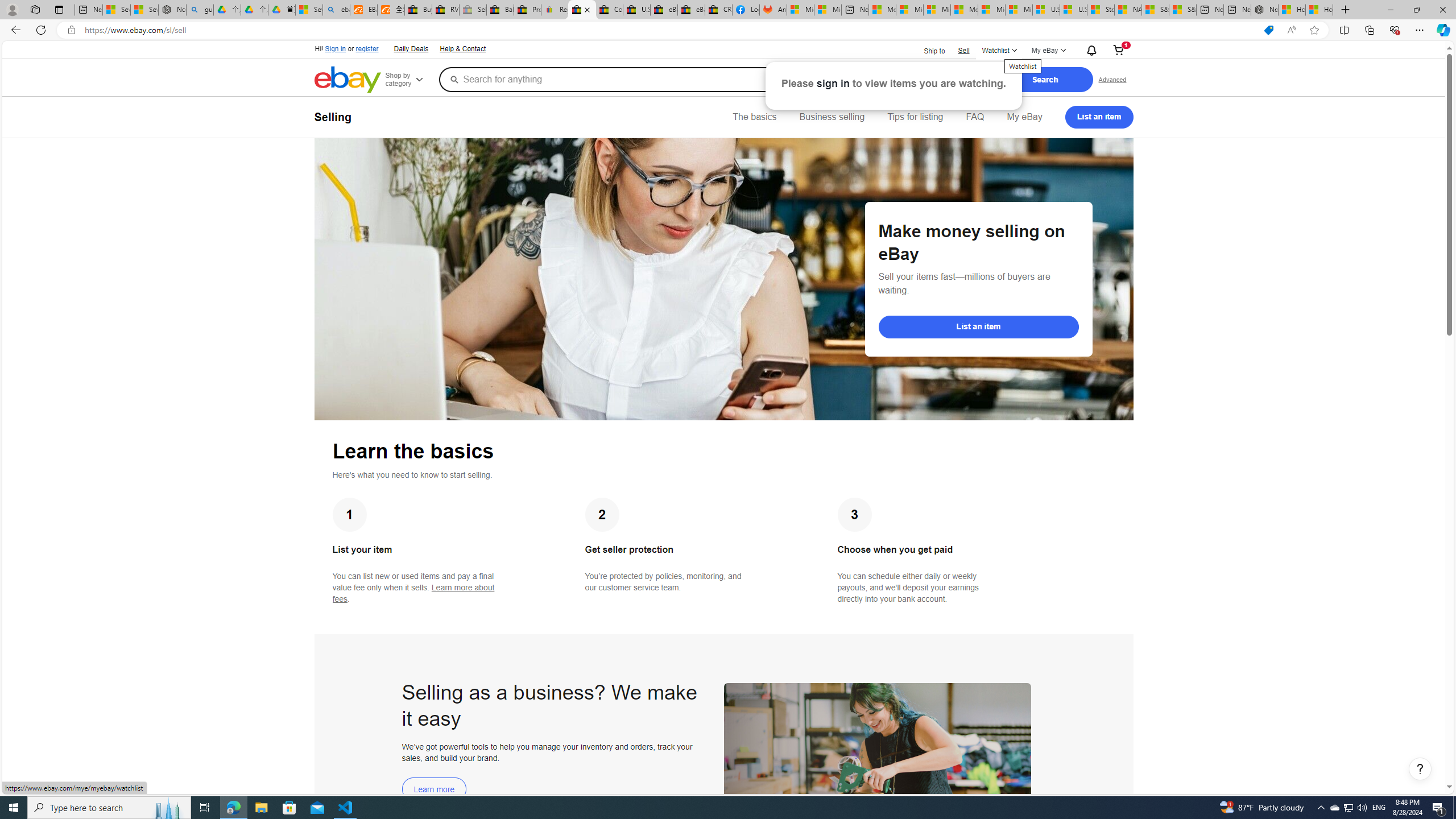  I want to click on 'Help & Contact', so click(463, 49).